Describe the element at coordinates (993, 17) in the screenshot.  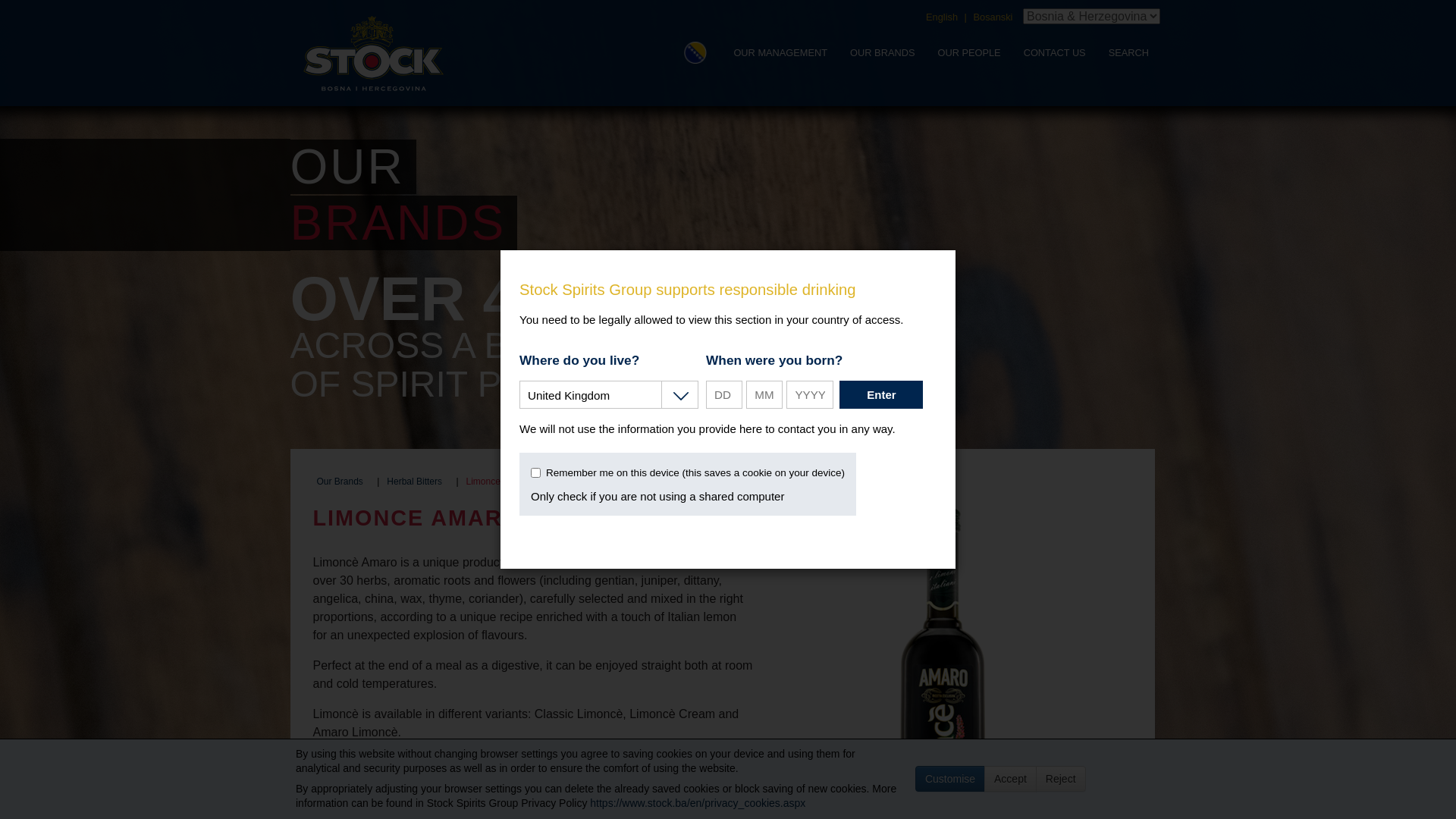
I see `'Bosanski'` at that location.